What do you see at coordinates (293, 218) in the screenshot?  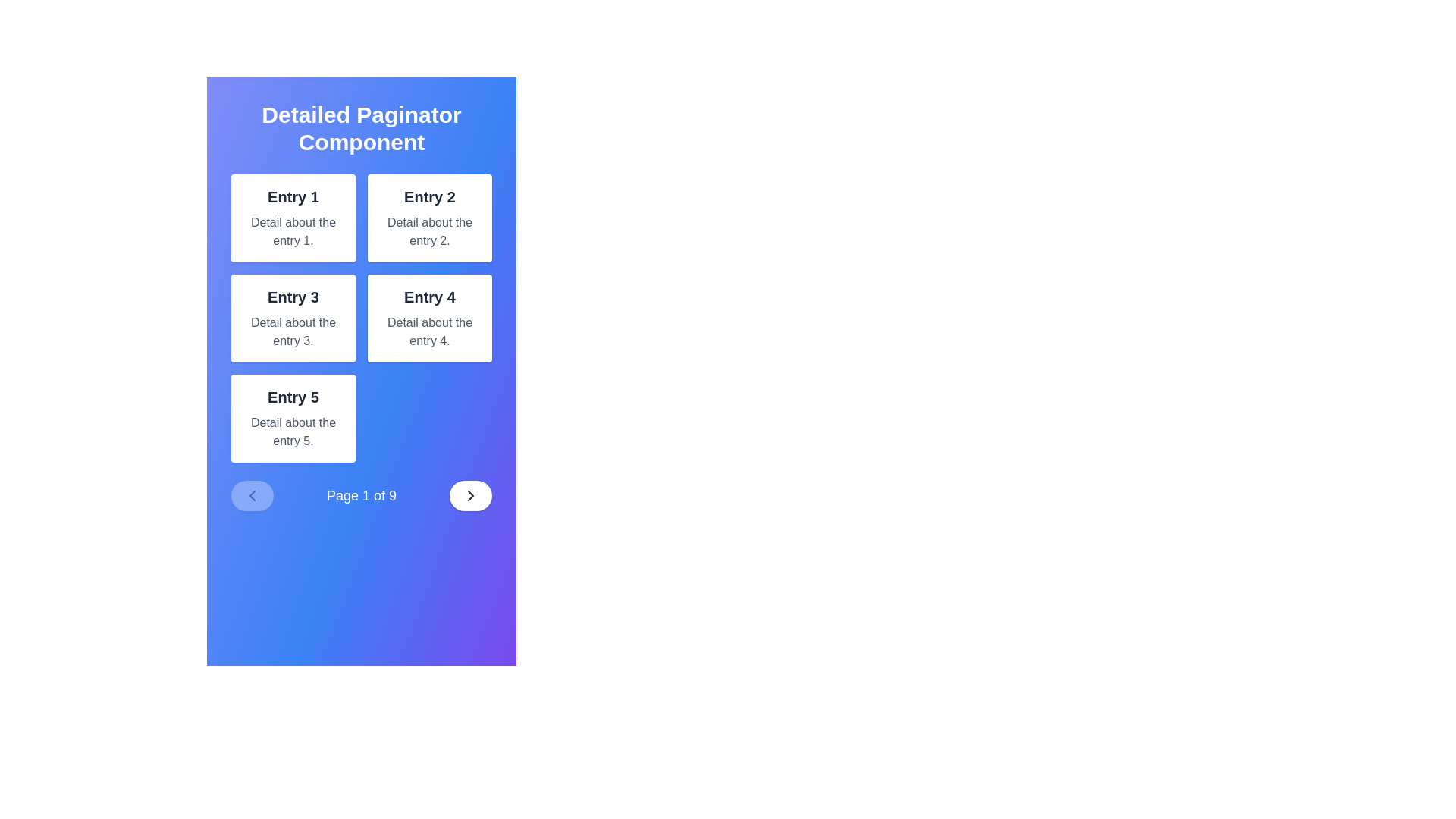 I see `the informational card displaying content related to 'Entry 1', located in the first row and first column of the grid layout` at bounding box center [293, 218].